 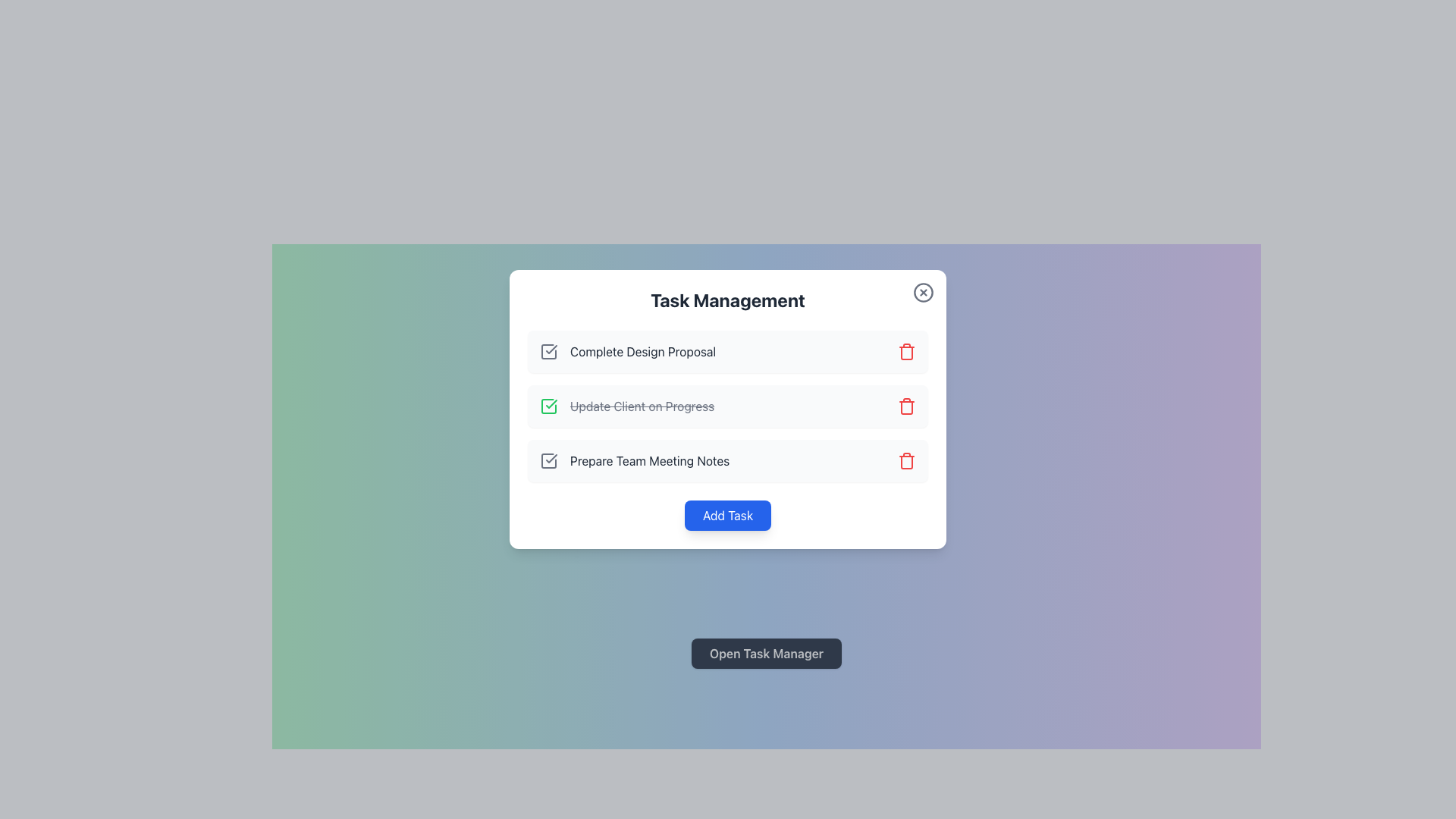 What do you see at coordinates (548, 351) in the screenshot?
I see `the checkbox icon with a check mark inside, located in the top-left section of the task list` at bounding box center [548, 351].